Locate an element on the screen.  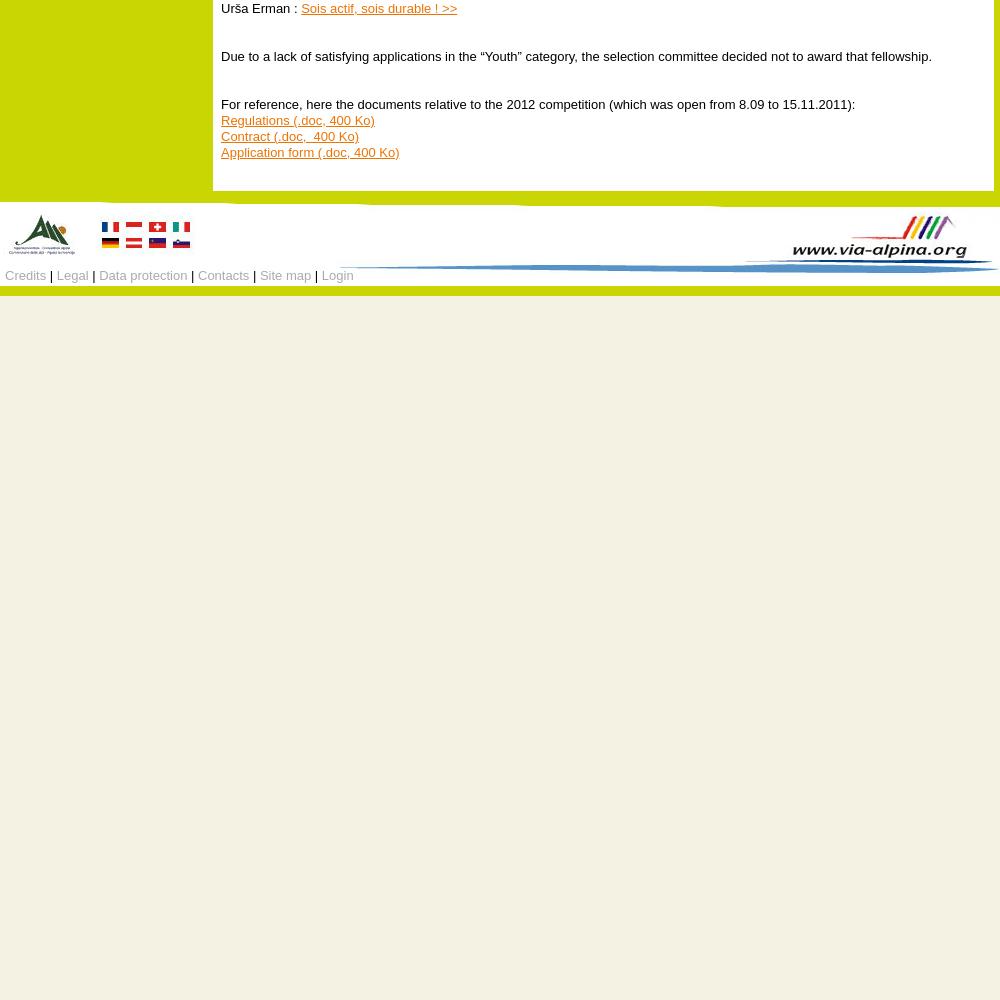
'Contract (.doc,  400 Ko)' is located at coordinates (290, 135).